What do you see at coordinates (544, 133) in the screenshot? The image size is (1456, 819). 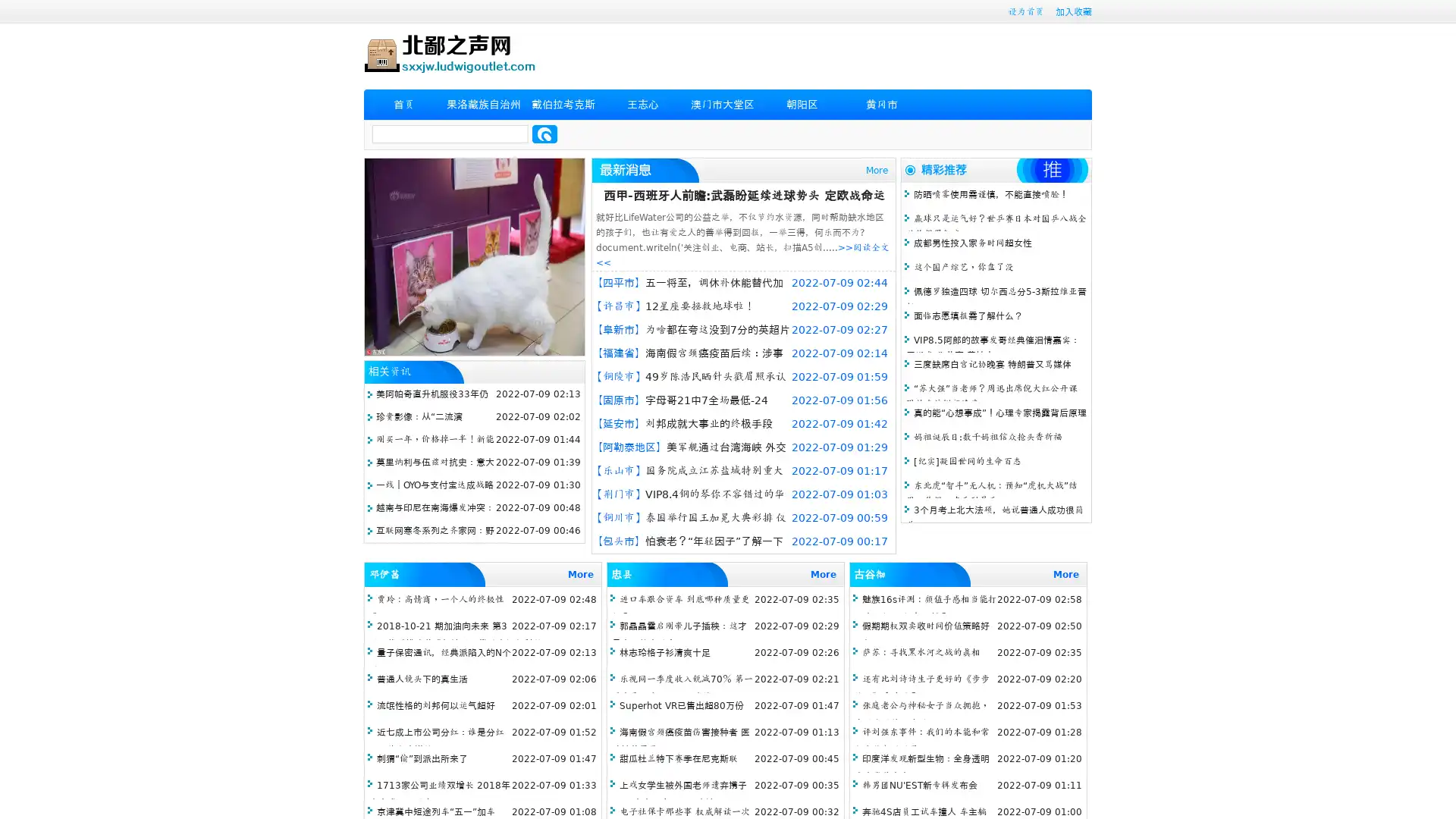 I see `Search` at bounding box center [544, 133].